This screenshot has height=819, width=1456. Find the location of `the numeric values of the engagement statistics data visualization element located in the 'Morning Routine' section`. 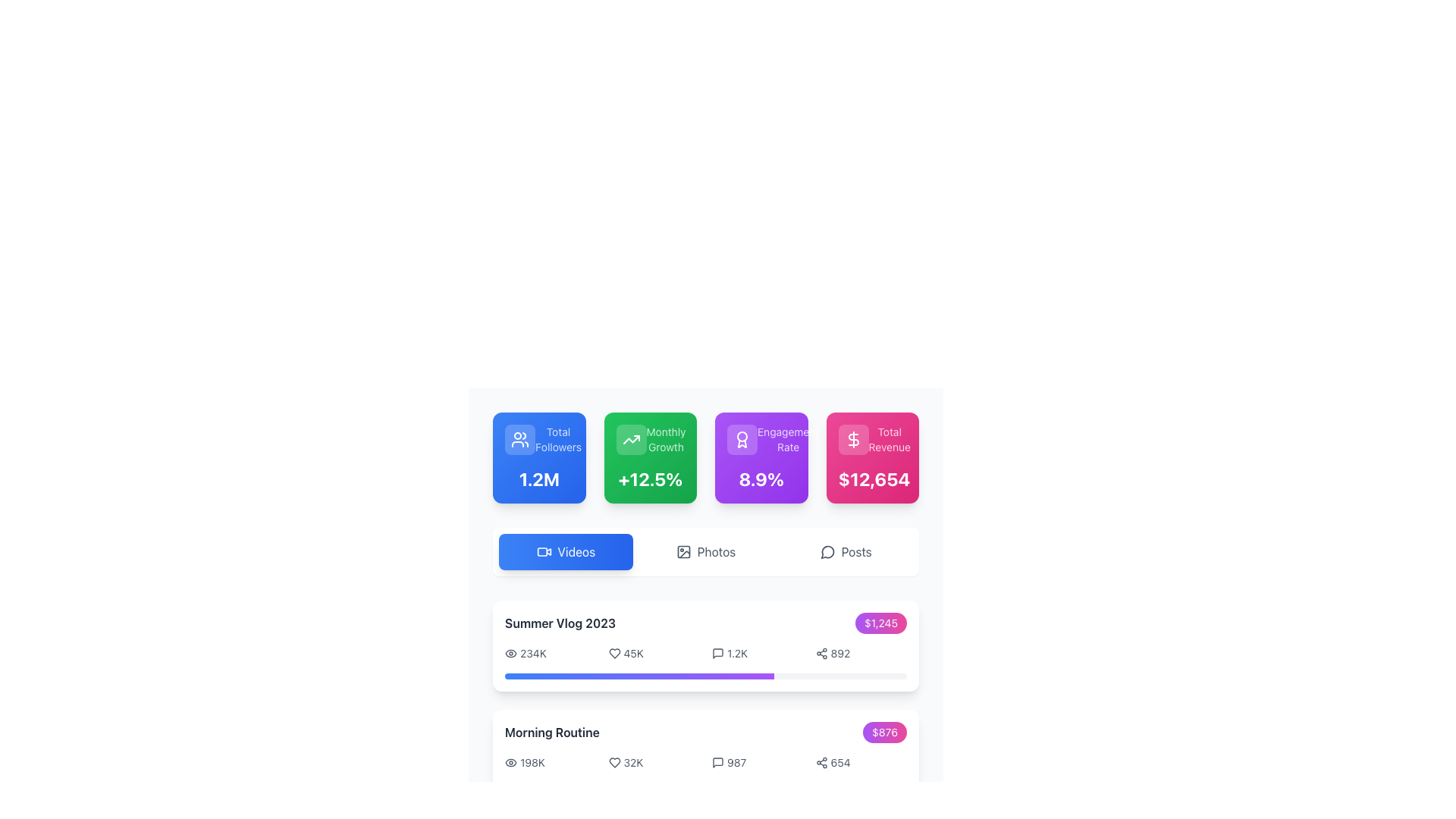

the numeric values of the engagement statistics data visualization element located in the 'Morning Routine' section is located at coordinates (705, 763).